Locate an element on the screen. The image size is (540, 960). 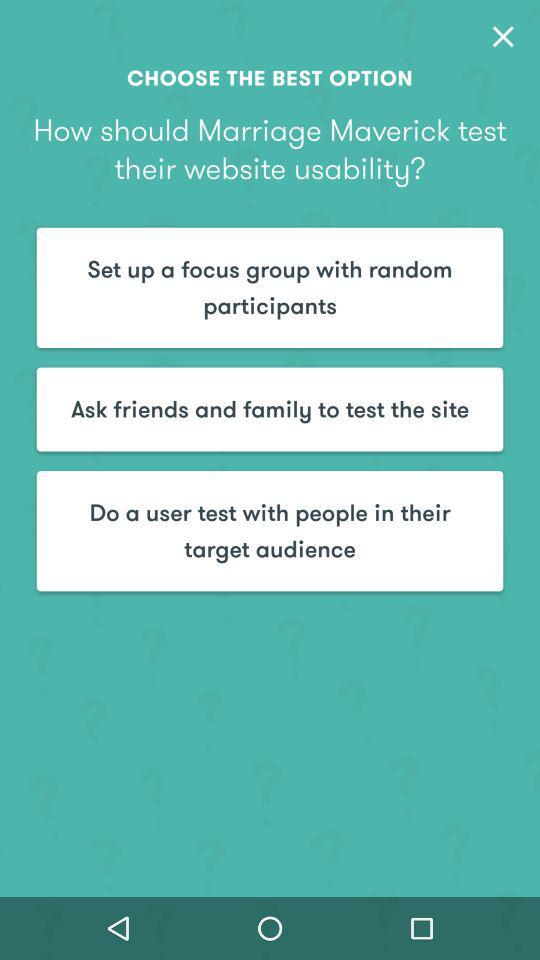
icon next to choose the best icon is located at coordinates (502, 35).